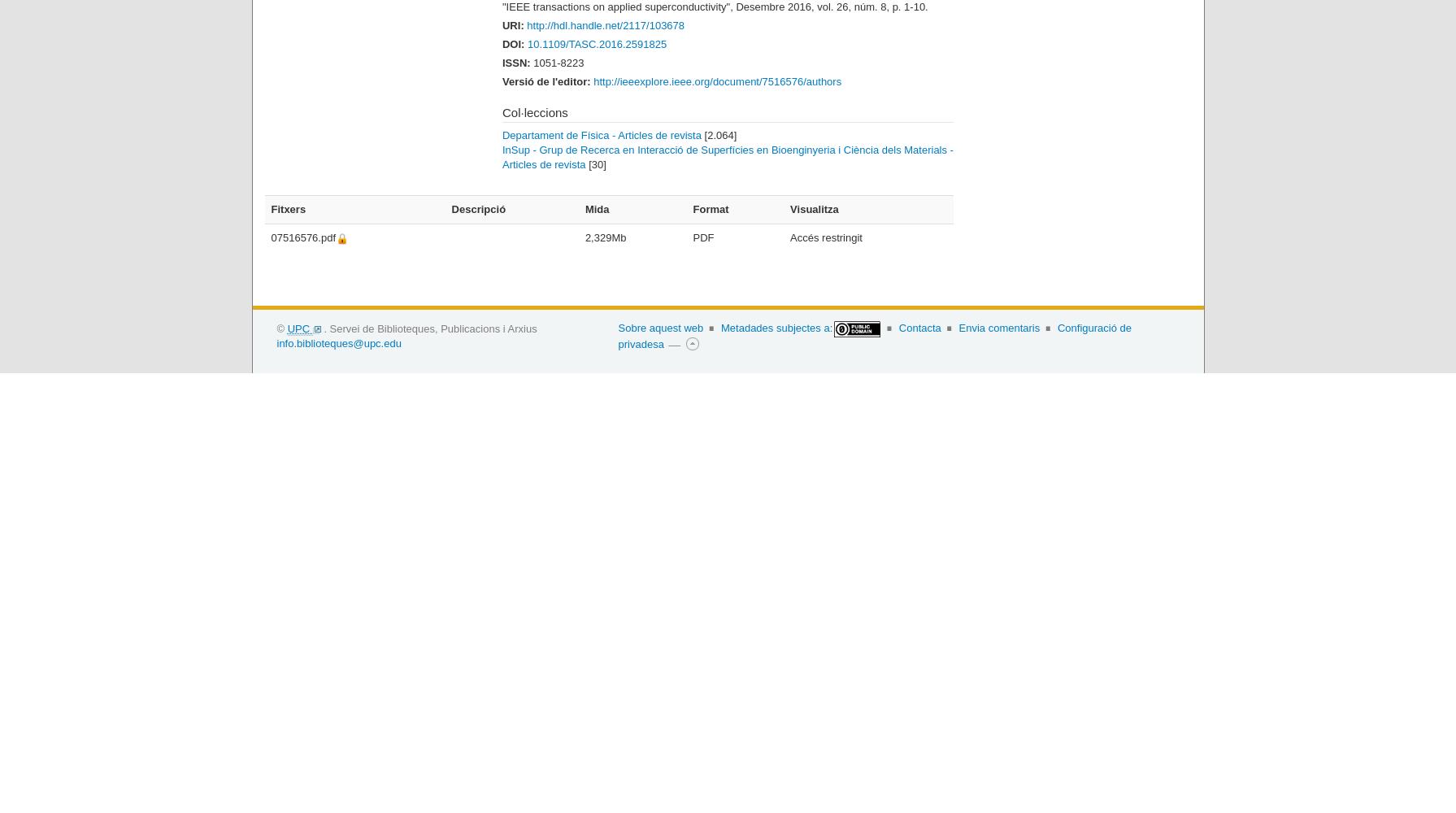 The height and width of the screenshot is (813, 1456). What do you see at coordinates (660, 327) in the screenshot?
I see `'Sobre aquest web'` at bounding box center [660, 327].